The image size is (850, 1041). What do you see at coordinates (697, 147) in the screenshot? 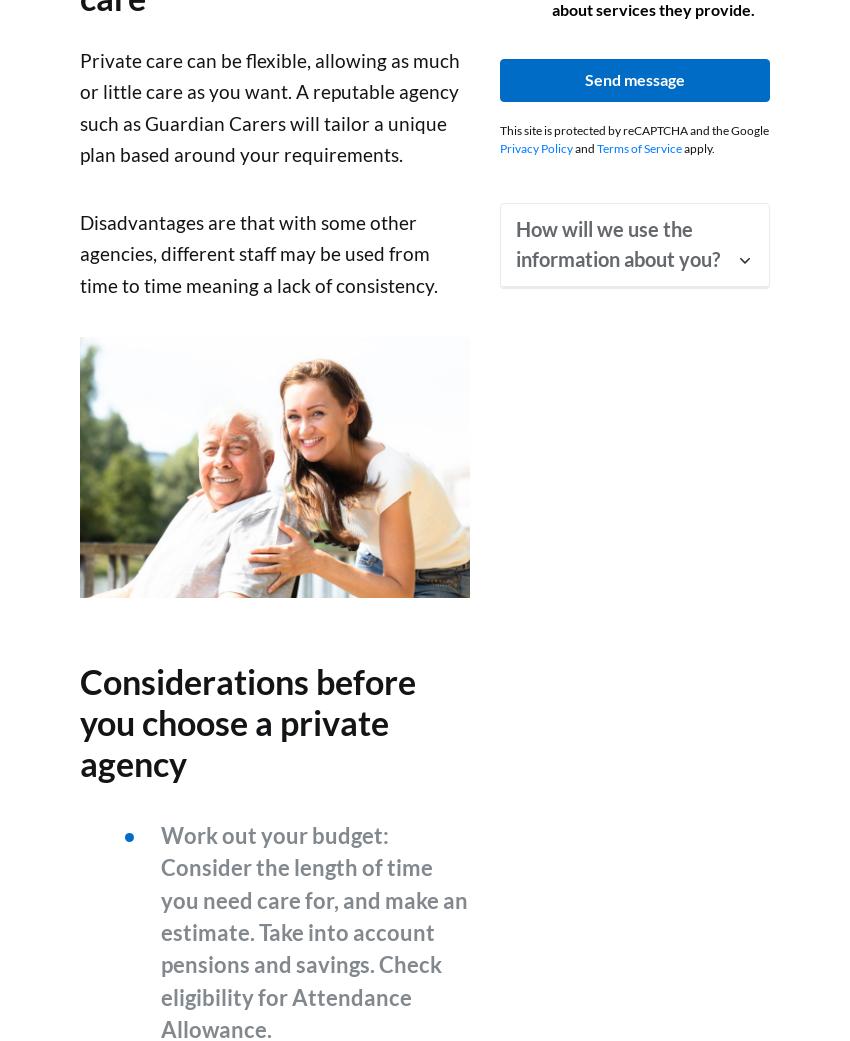
I see `'apply.'` at bounding box center [697, 147].